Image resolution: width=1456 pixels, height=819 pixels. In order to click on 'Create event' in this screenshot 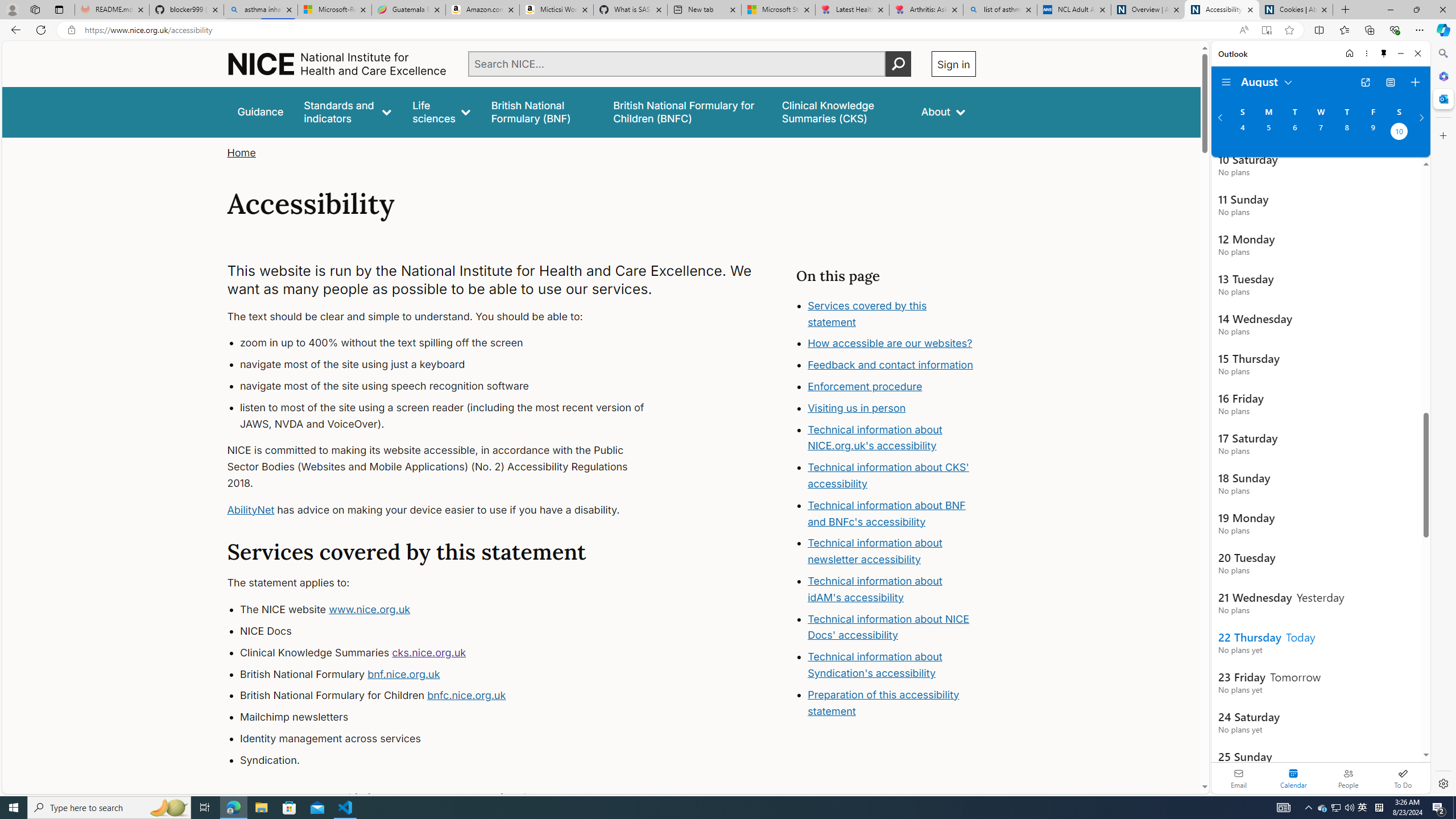, I will do `click(1414, 82)`.